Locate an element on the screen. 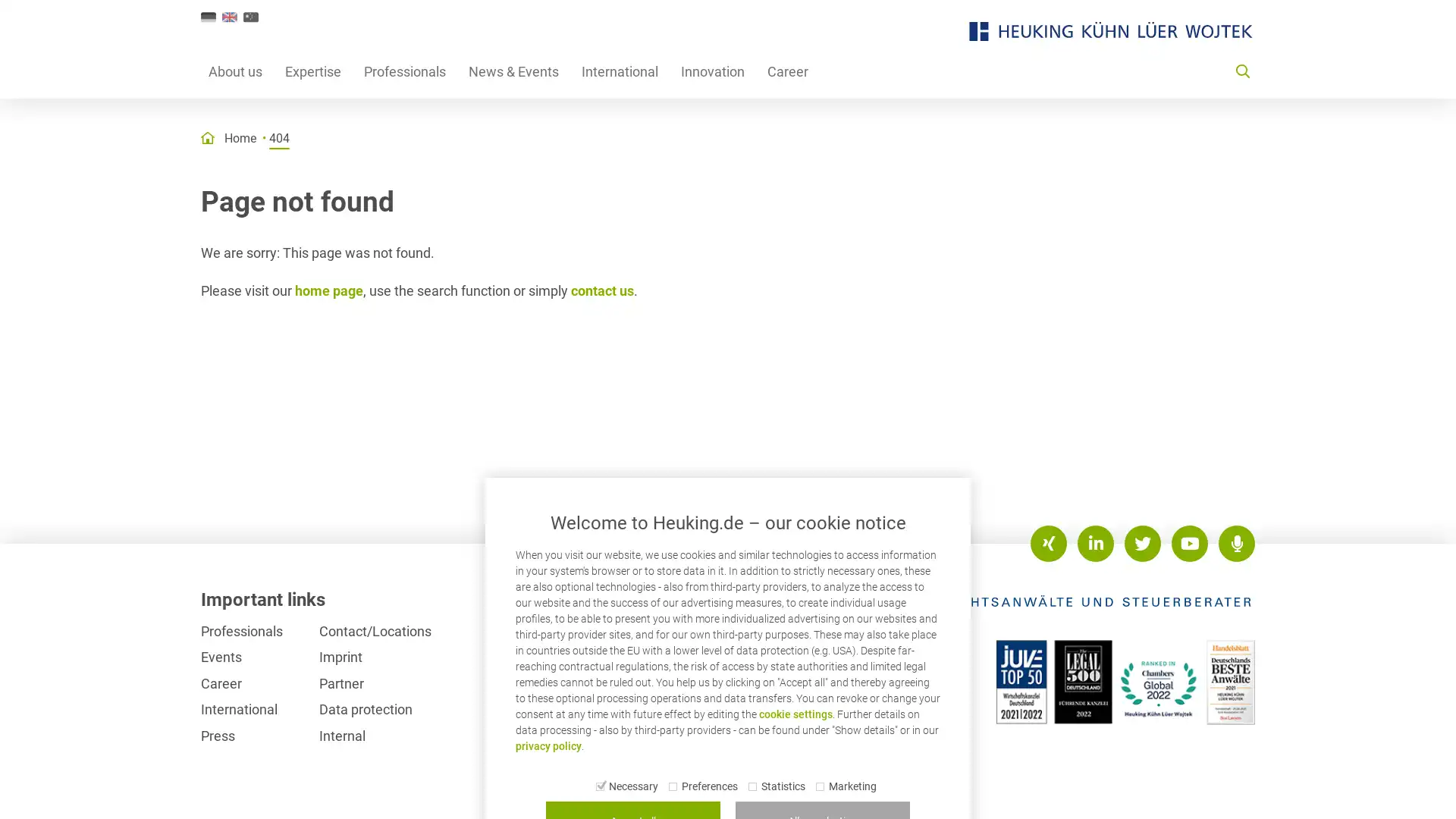 This screenshot has height=819, width=1456. Twitter is located at coordinates (1143, 542).